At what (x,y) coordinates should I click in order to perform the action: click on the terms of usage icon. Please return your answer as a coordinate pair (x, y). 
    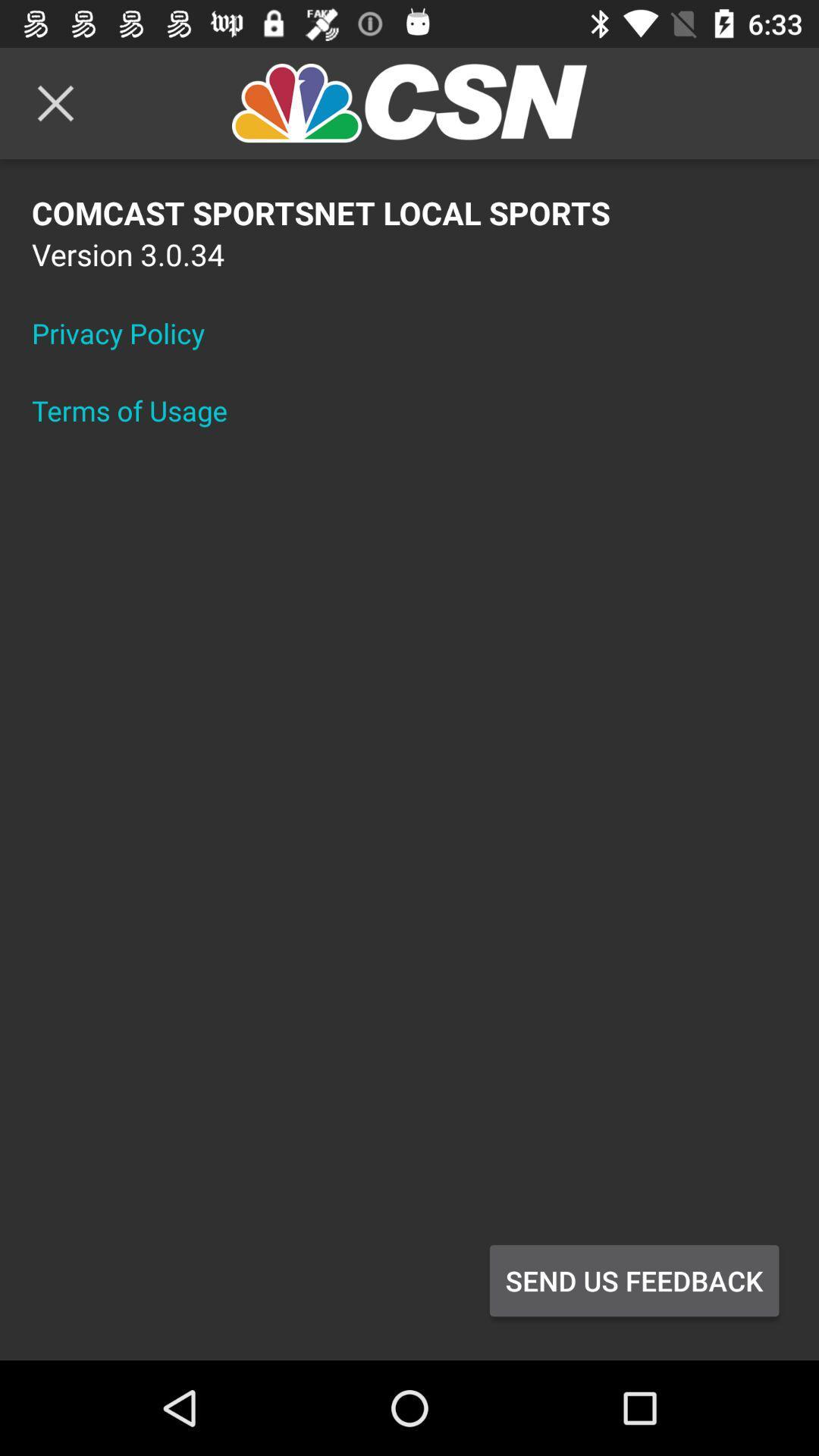
    Looking at the image, I should click on (140, 410).